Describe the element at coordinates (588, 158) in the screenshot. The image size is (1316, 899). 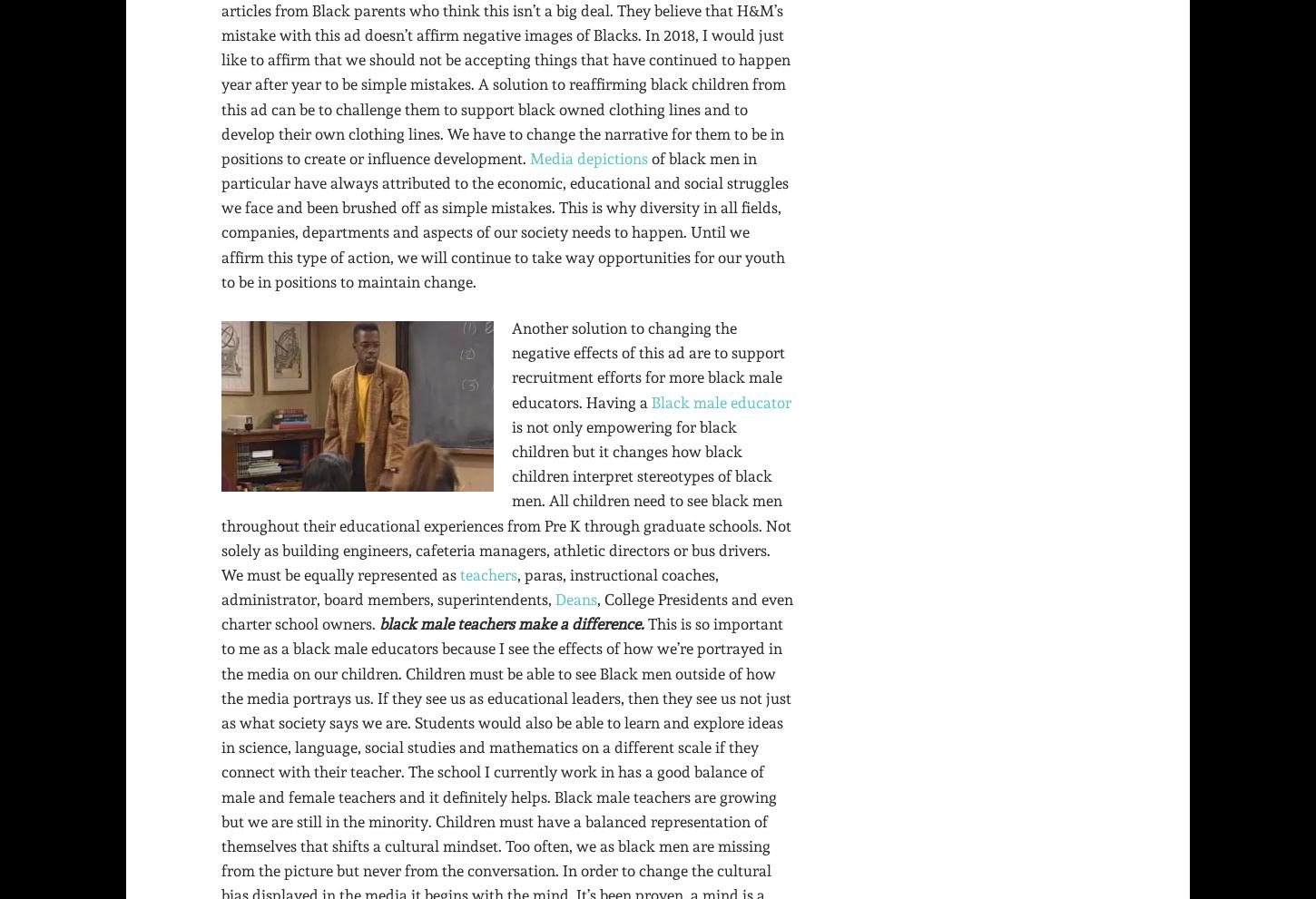
I see `'Media depictions'` at that location.